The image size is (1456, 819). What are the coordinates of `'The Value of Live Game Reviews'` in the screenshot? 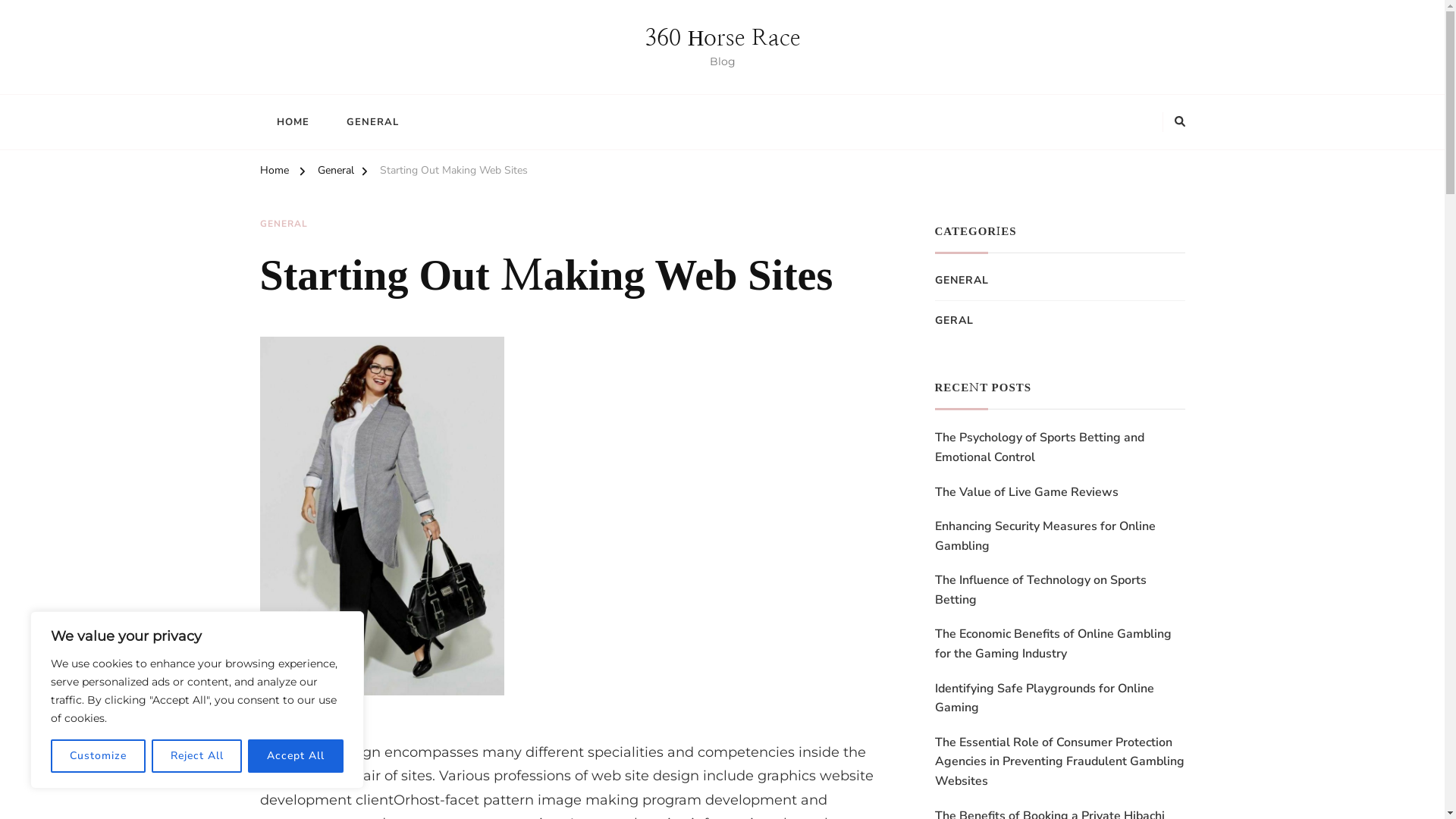 It's located at (1026, 491).